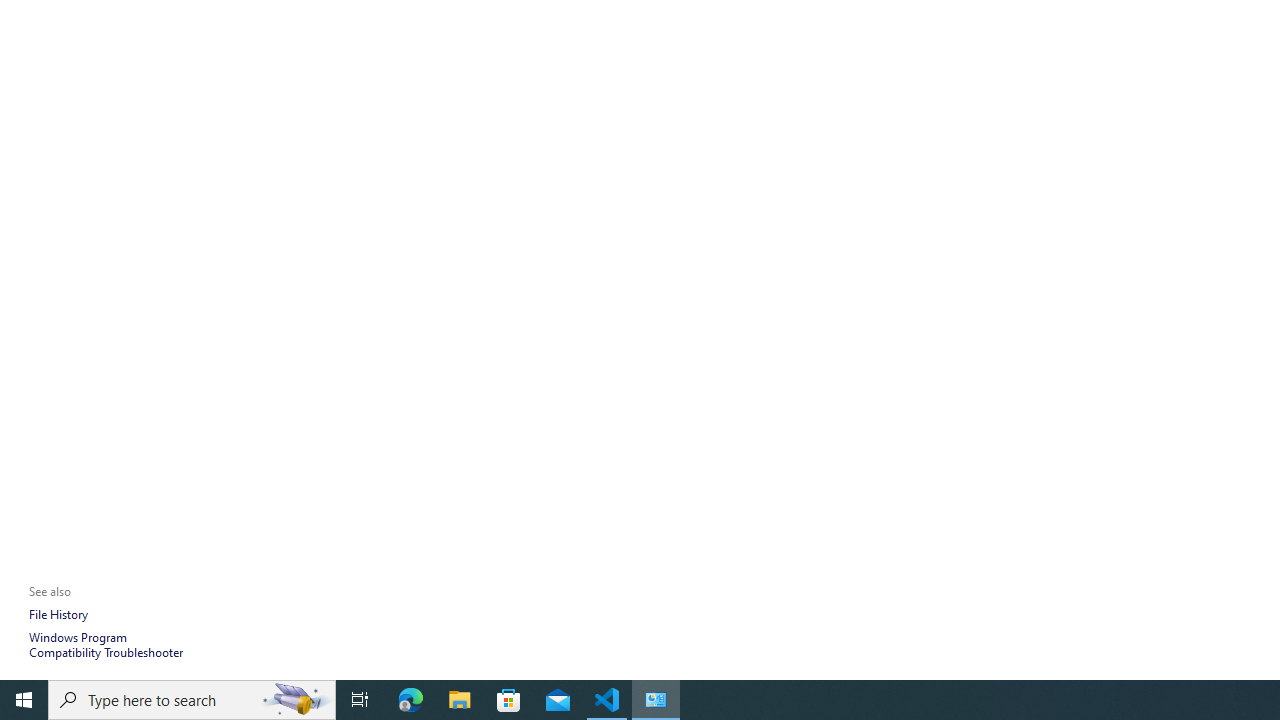 This screenshot has height=720, width=1280. I want to click on 'Control Panel - 1 running window', so click(656, 698).